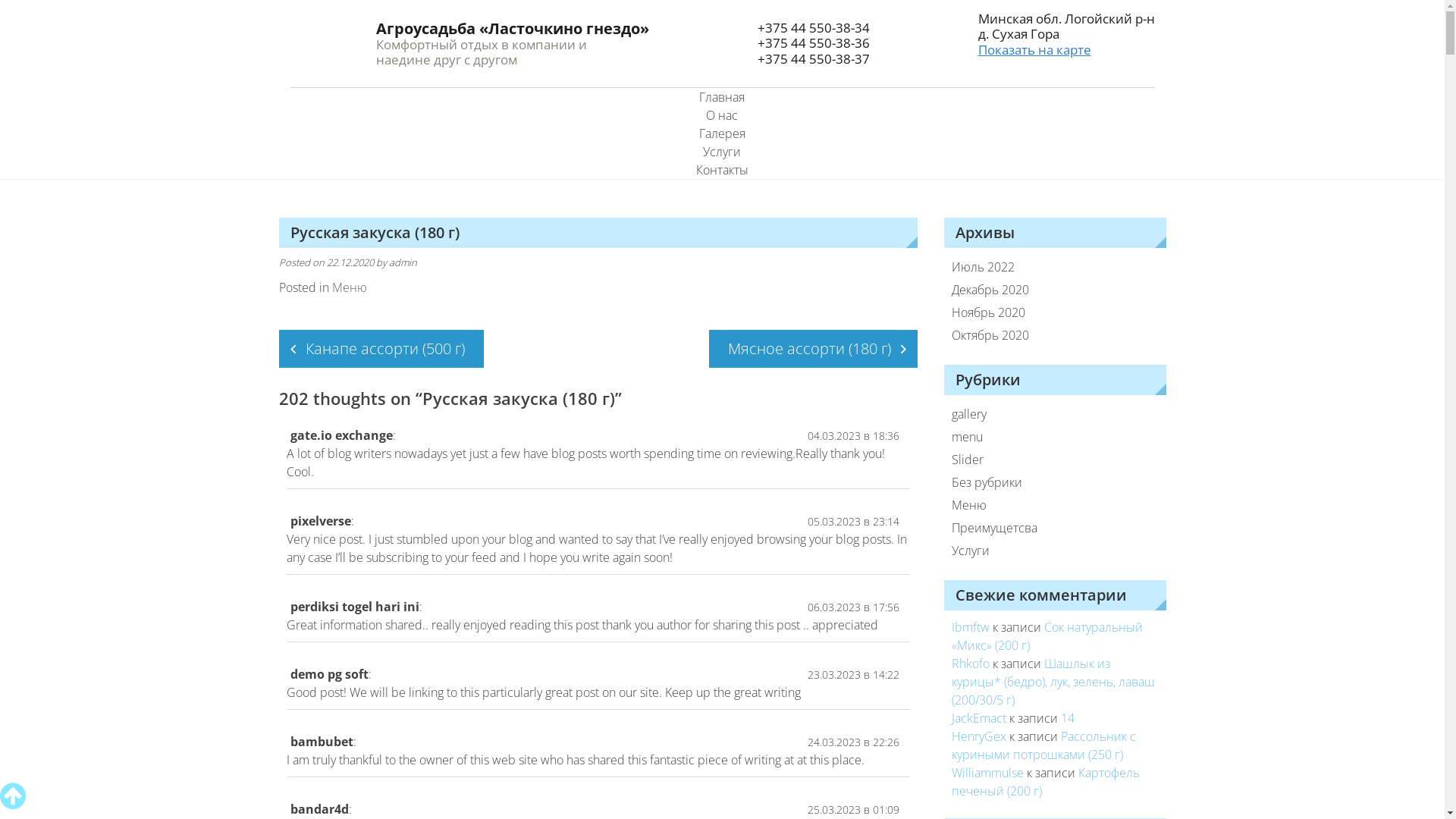 This screenshot has width=1456, height=819. Describe the element at coordinates (971, 663) in the screenshot. I see `'Rhkofo'` at that location.